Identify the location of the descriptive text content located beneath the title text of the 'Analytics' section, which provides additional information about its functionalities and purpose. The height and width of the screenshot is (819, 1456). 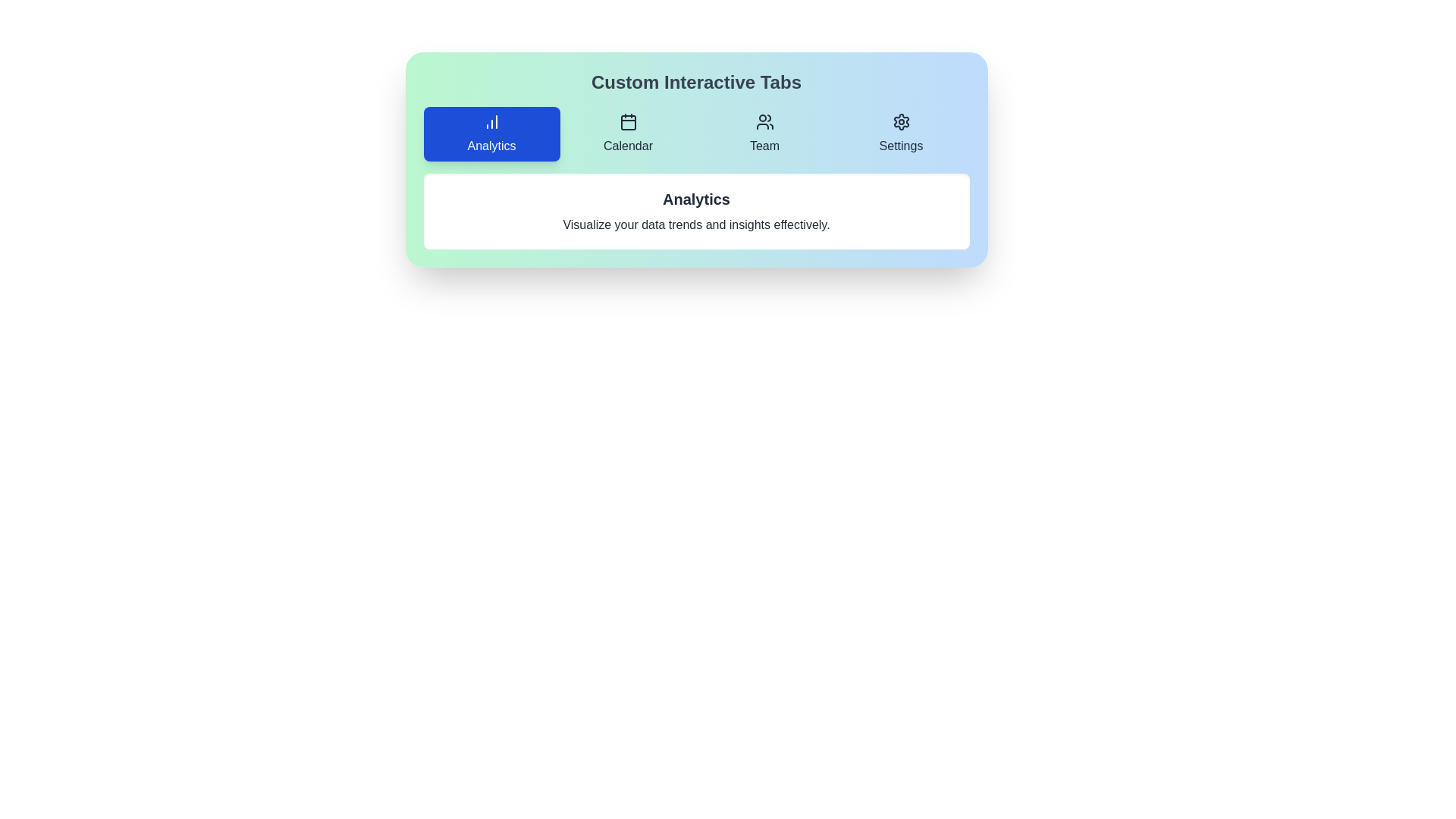
(695, 225).